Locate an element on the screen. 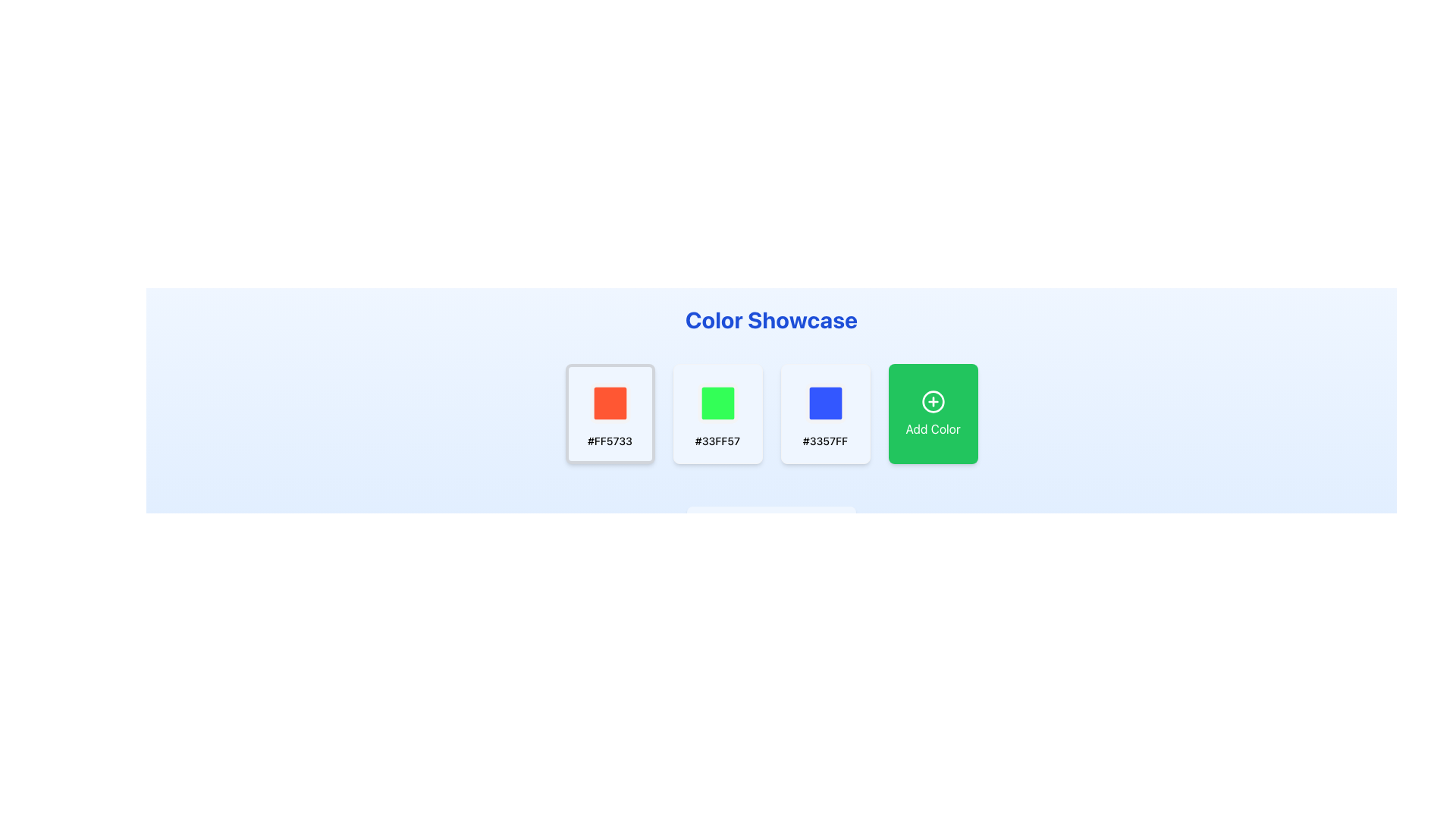 This screenshot has height=819, width=1456. the circular outline icon within the green 'Add Color' button, which features a white border and a '+' sign in the center is located at coordinates (932, 400).